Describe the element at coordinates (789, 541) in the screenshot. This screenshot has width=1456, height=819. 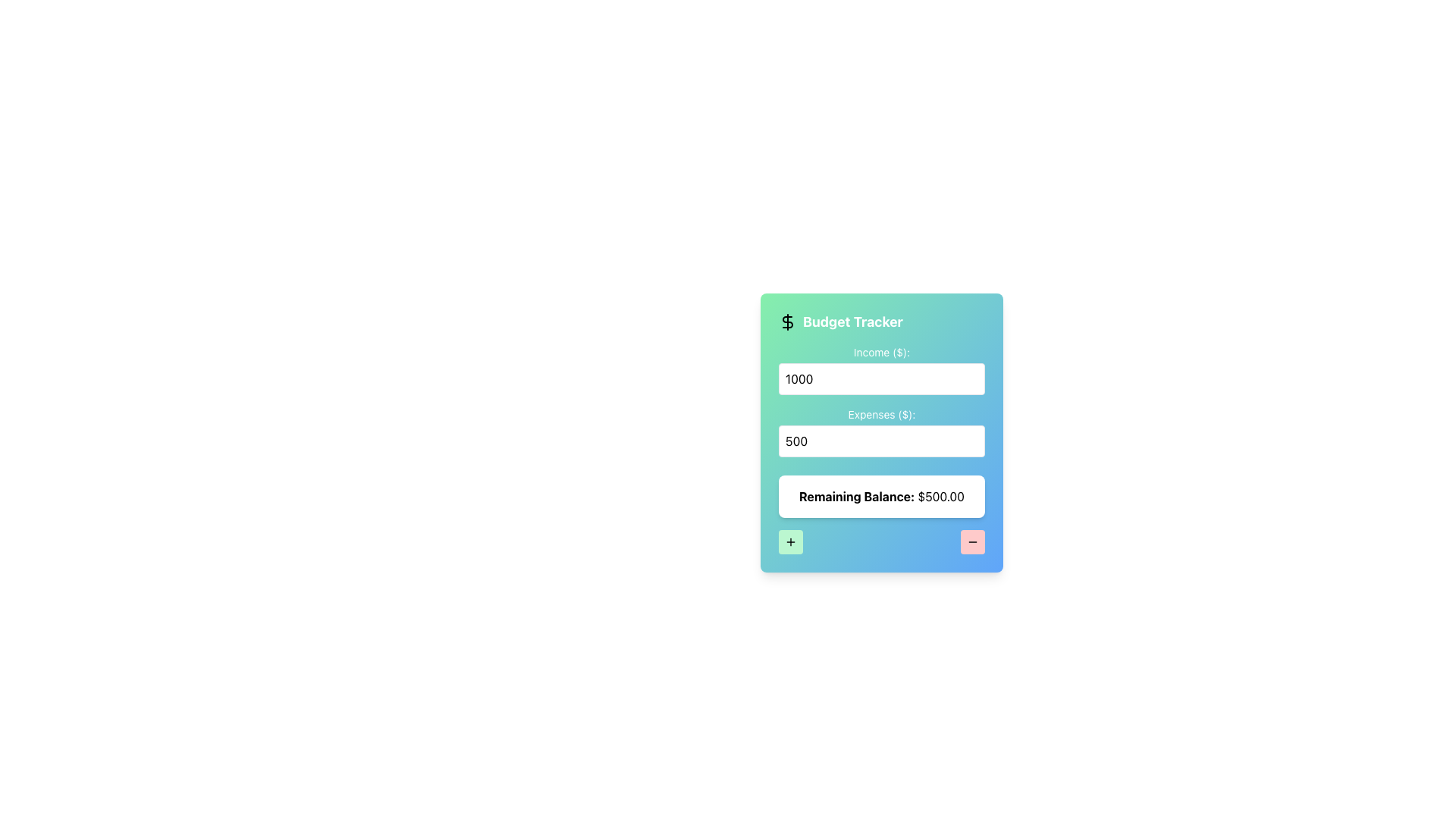
I see `the leftmost circular button with a green background and a black plus symbol icon, located in the Budget Tracker card` at that location.